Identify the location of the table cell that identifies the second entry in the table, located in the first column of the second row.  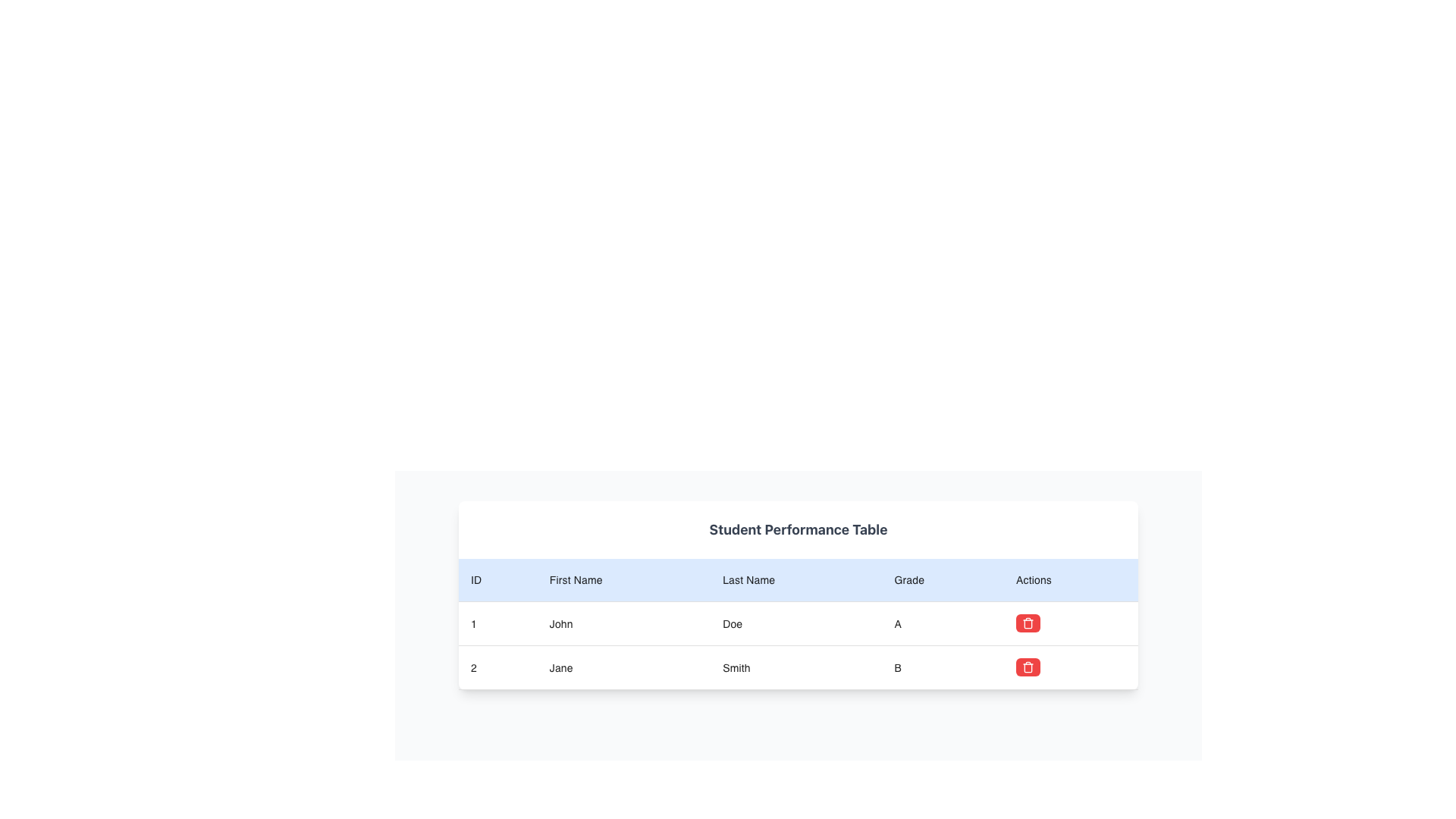
(497, 667).